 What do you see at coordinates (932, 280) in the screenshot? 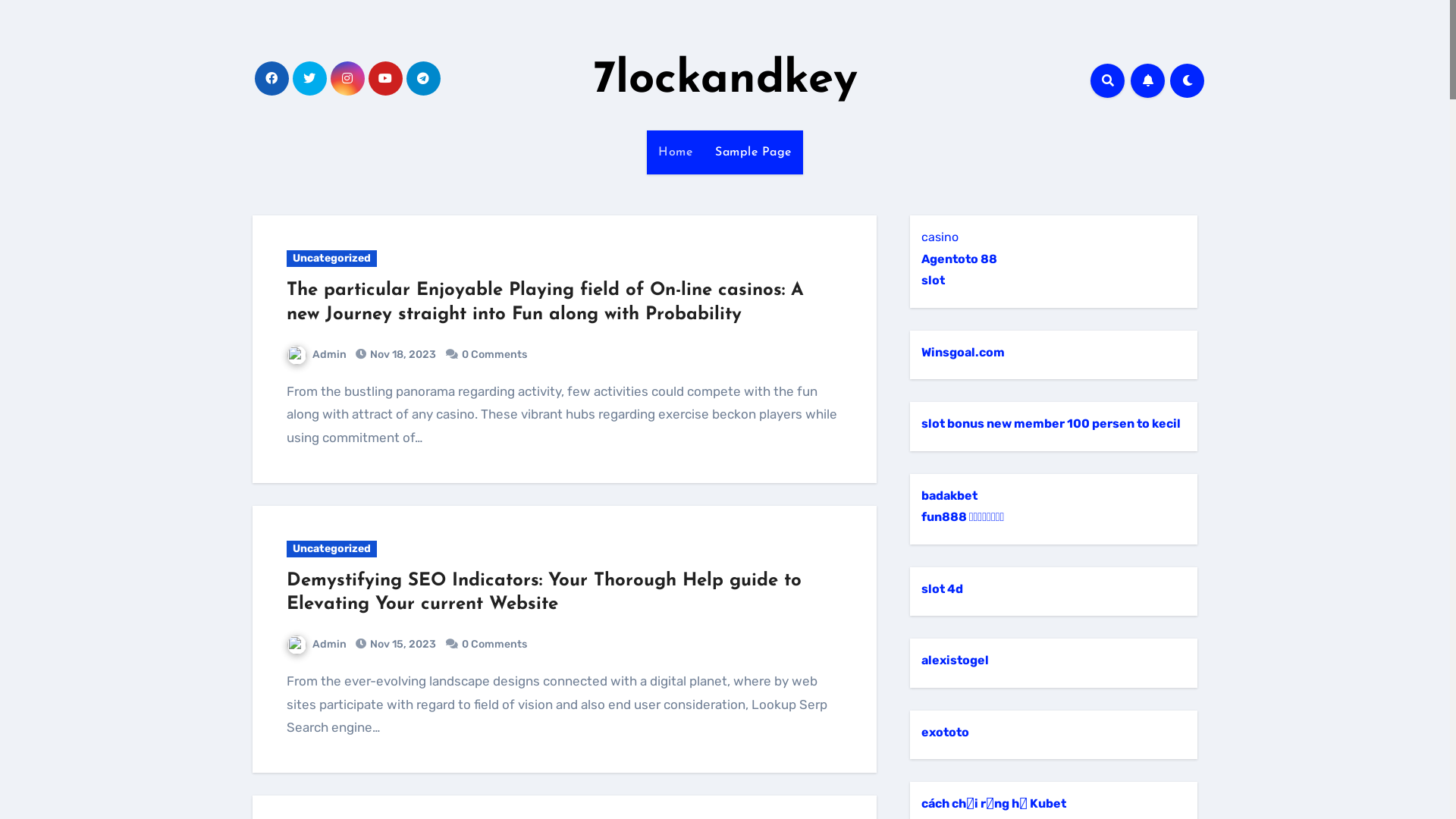
I see `'slot'` at bounding box center [932, 280].